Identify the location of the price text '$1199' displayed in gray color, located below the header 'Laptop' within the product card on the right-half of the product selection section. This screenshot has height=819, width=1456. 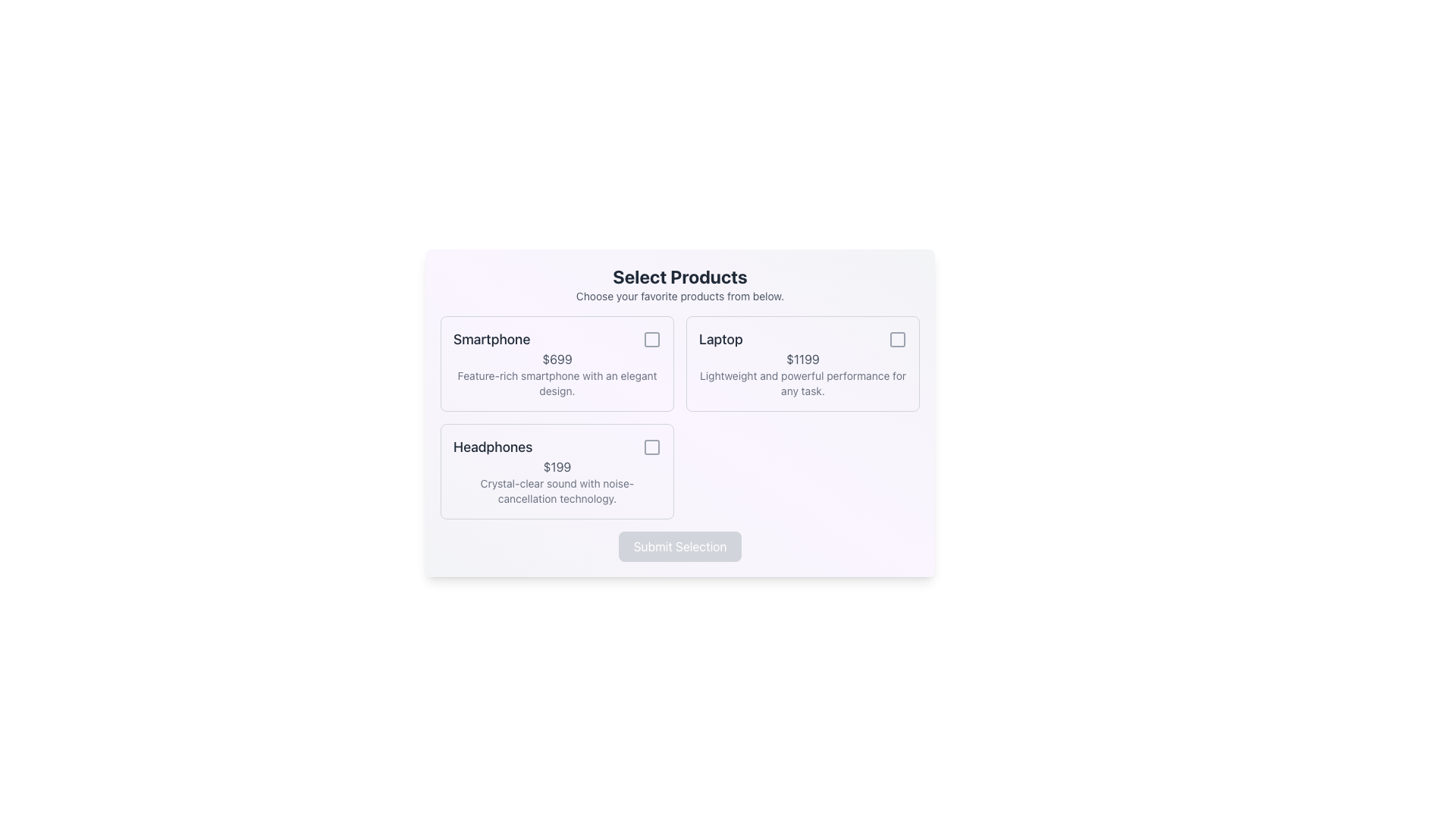
(802, 359).